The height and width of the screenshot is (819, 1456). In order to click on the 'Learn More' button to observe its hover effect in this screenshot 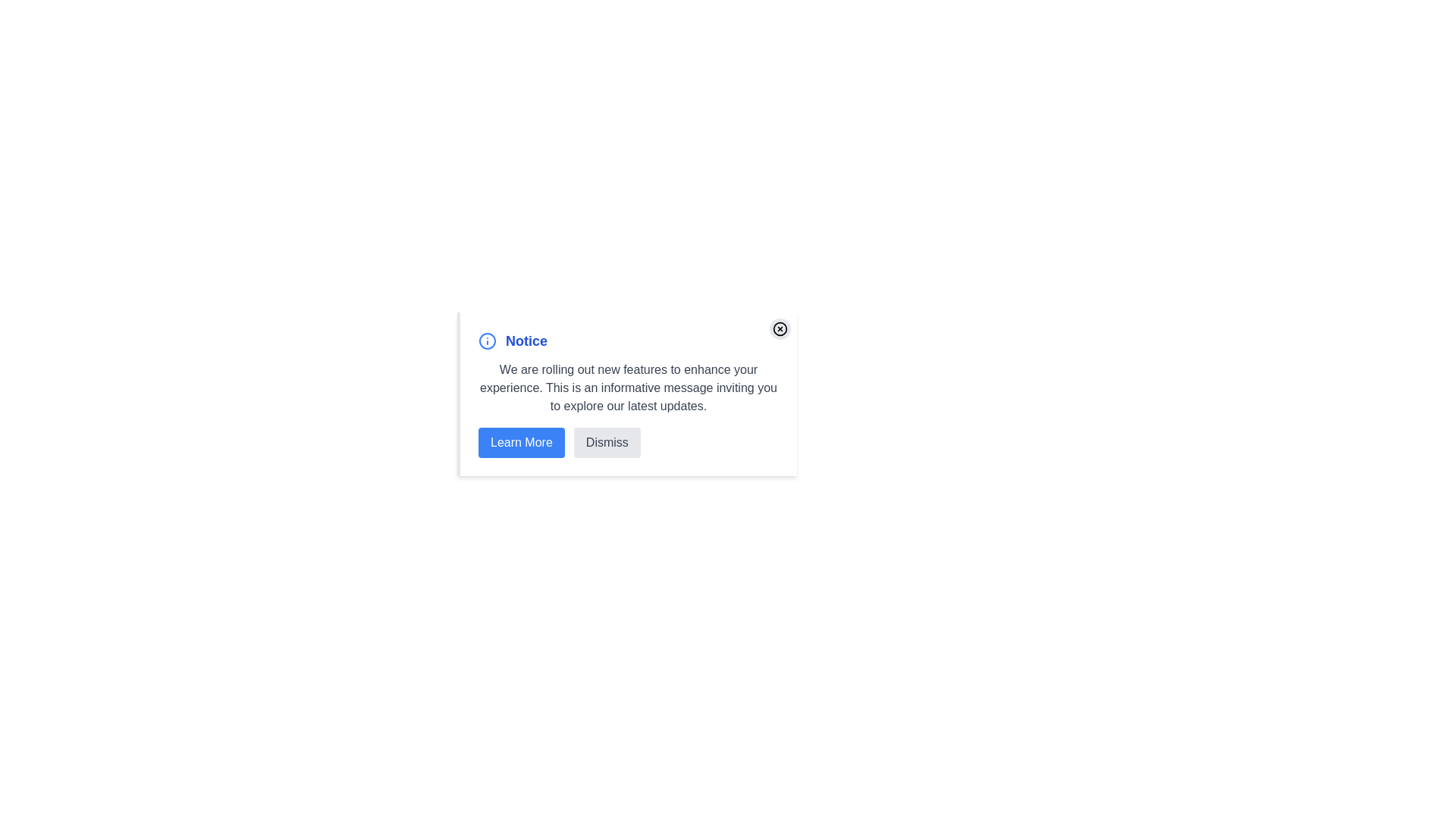, I will do `click(521, 442)`.